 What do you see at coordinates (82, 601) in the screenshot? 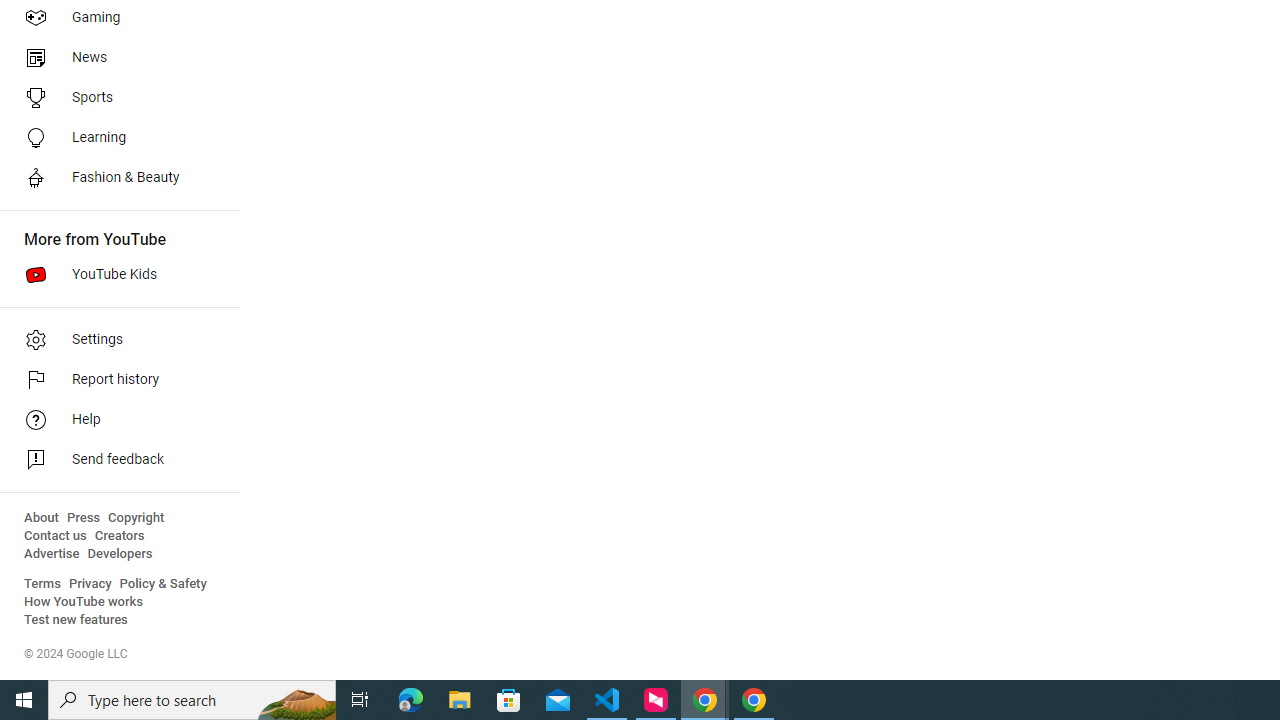
I see `'How YouTube works'` at bounding box center [82, 601].